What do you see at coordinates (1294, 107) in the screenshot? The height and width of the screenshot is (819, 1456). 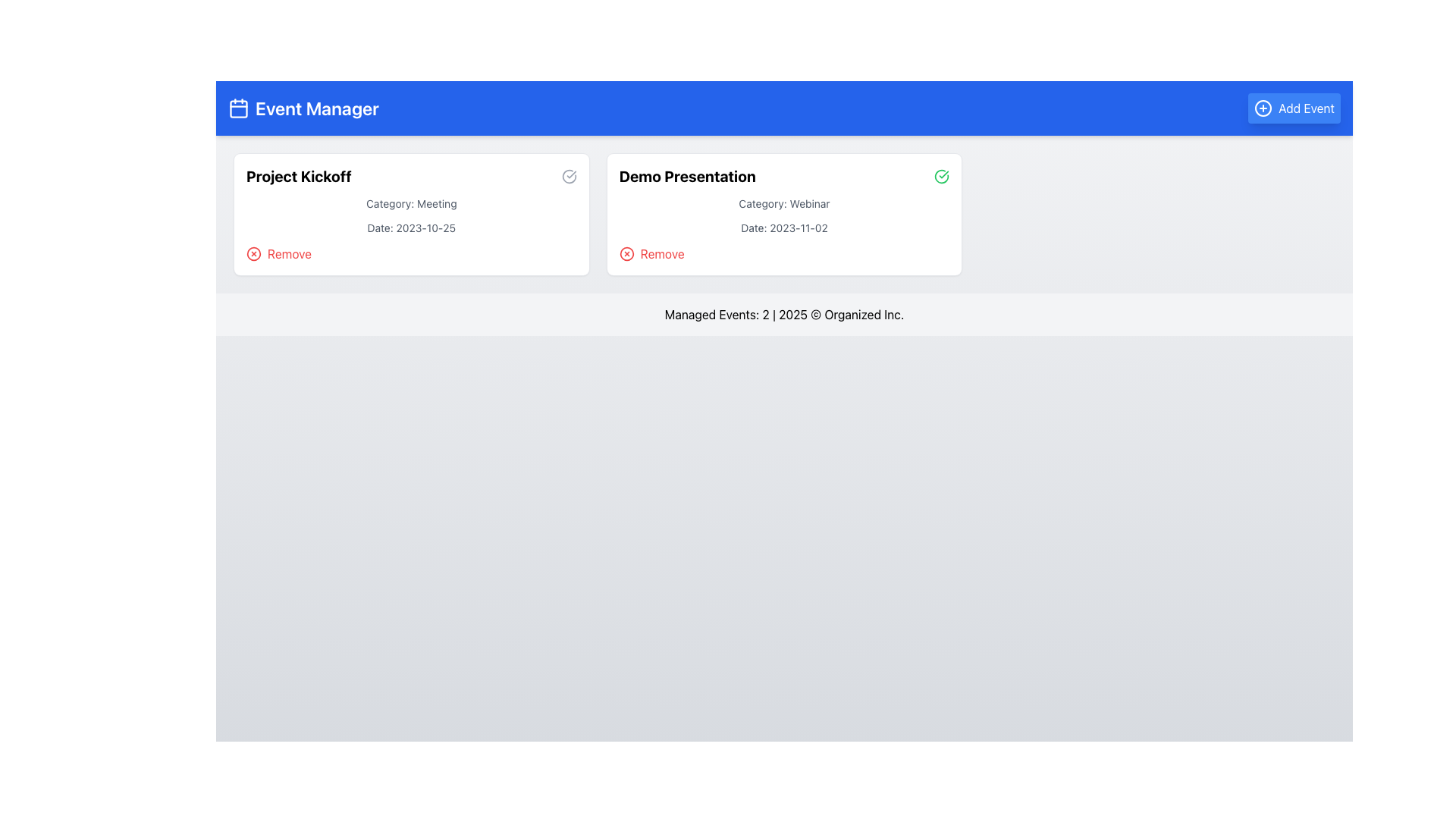 I see `the 'Add Event' button with a rounded shape, blue background, and white text` at bounding box center [1294, 107].